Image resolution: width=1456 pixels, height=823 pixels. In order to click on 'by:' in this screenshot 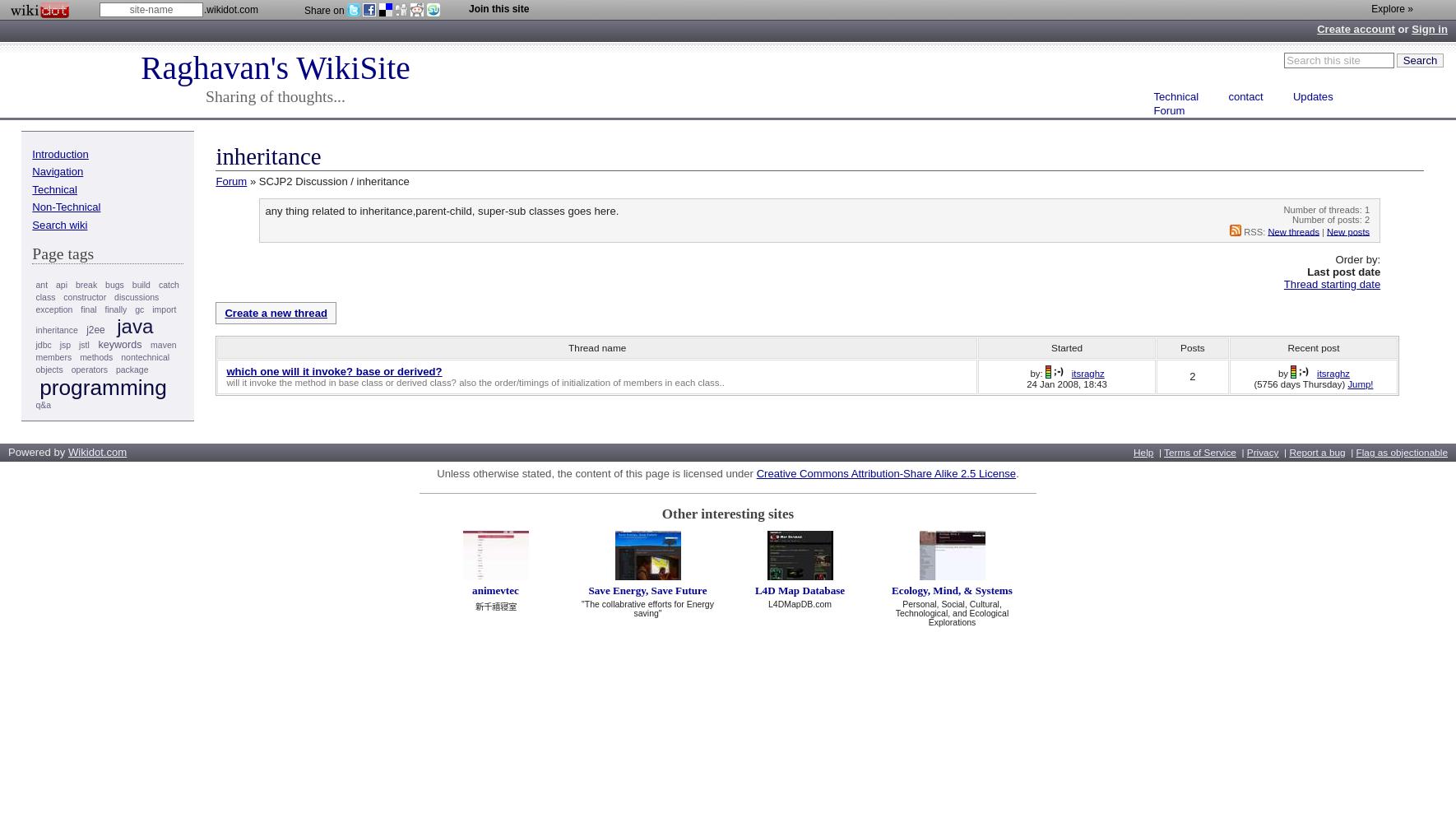, I will do `click(1036, 372)`.